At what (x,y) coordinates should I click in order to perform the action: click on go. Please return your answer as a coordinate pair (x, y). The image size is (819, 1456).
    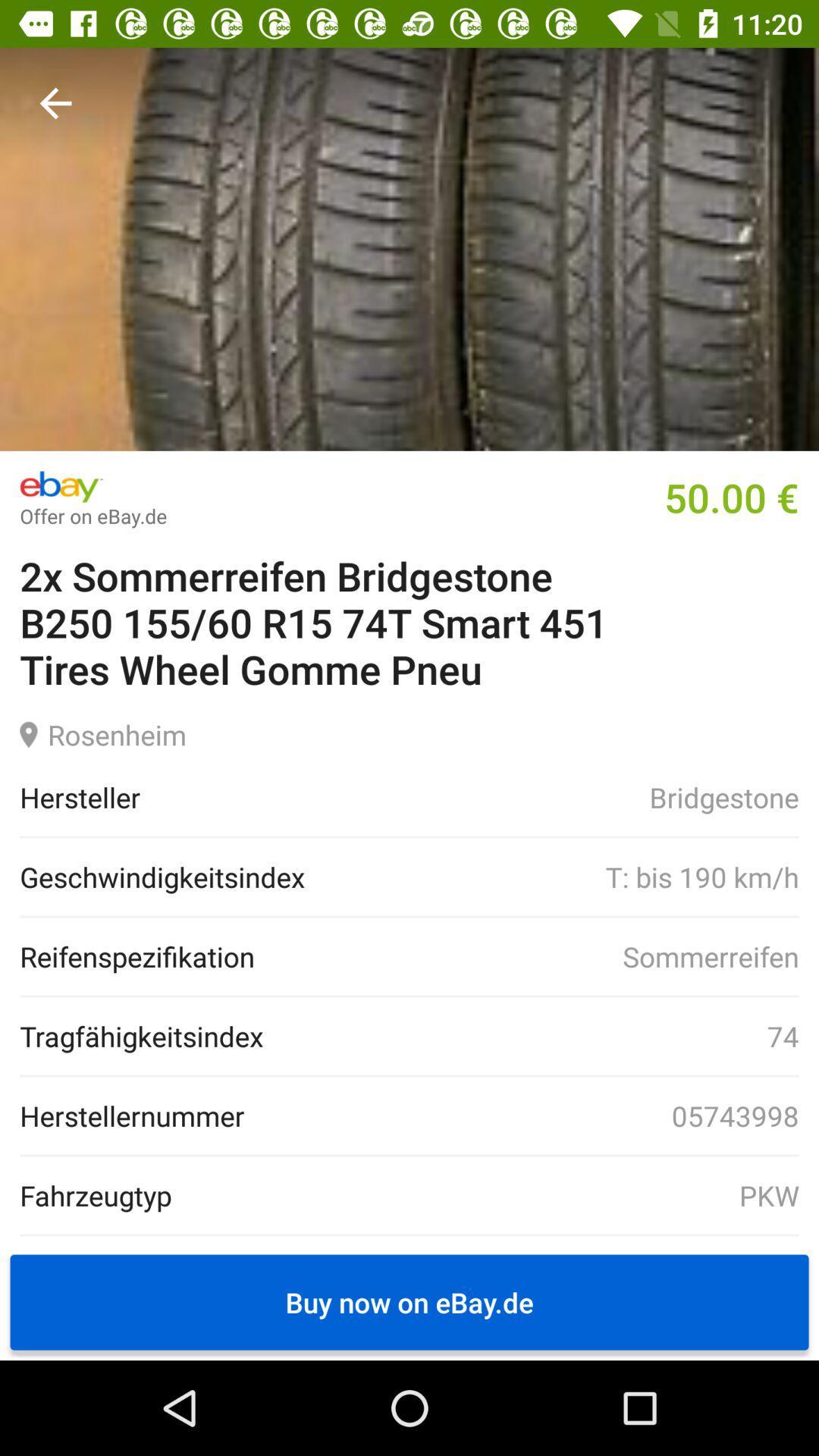
    Looking at the image, I should click on (55, 102).